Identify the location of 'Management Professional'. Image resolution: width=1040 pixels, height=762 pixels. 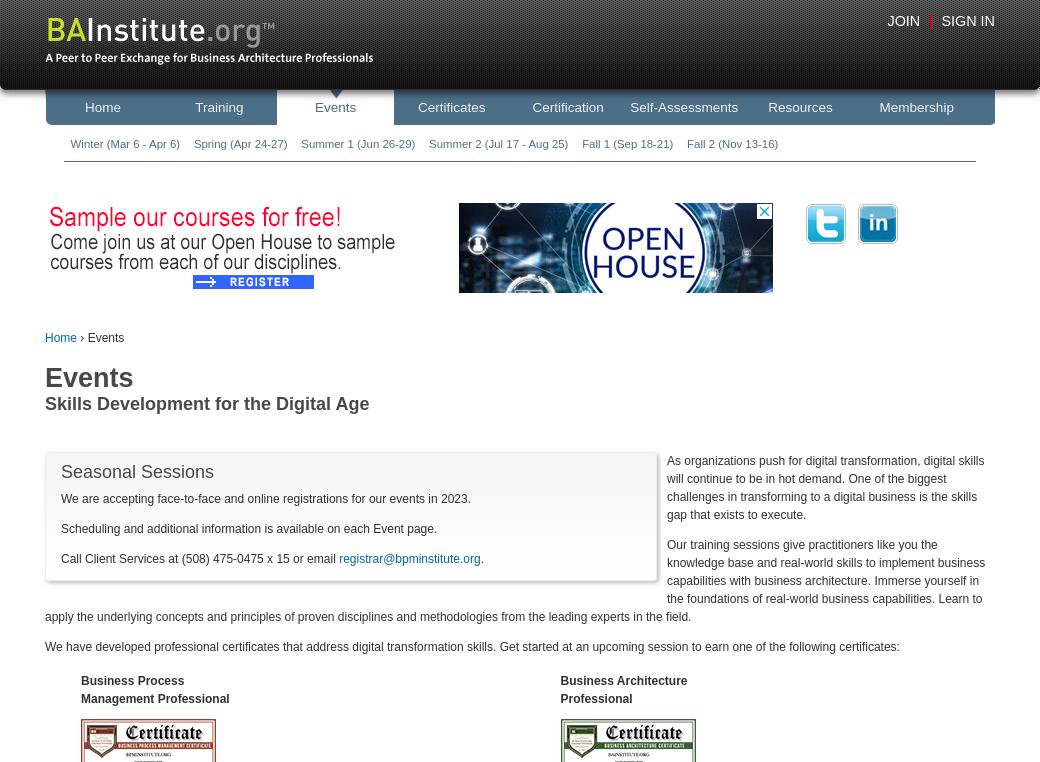
(80, 696).